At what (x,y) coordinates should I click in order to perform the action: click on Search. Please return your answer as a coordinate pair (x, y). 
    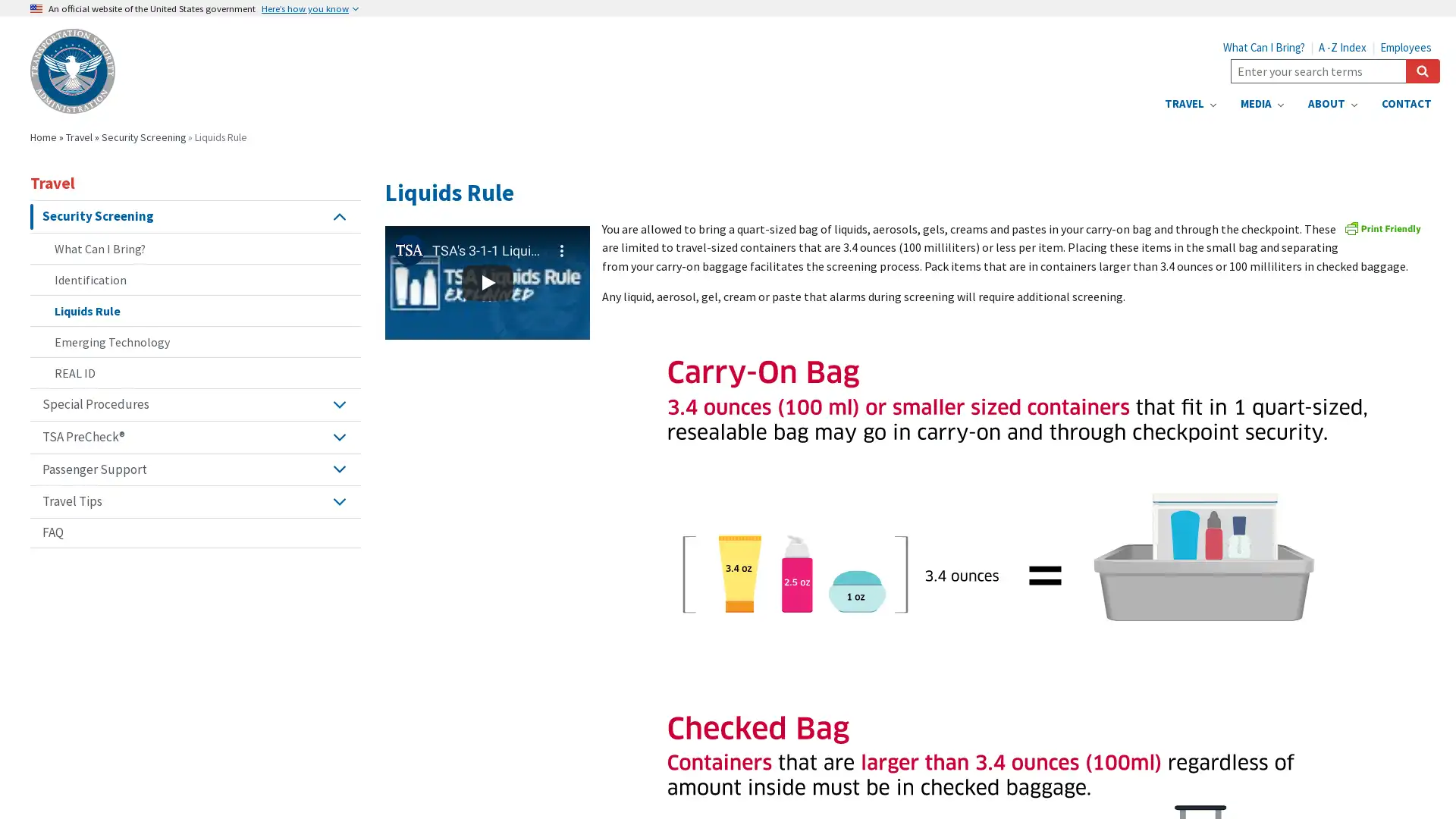
    Looking at the image, I should click on (1422, 71).